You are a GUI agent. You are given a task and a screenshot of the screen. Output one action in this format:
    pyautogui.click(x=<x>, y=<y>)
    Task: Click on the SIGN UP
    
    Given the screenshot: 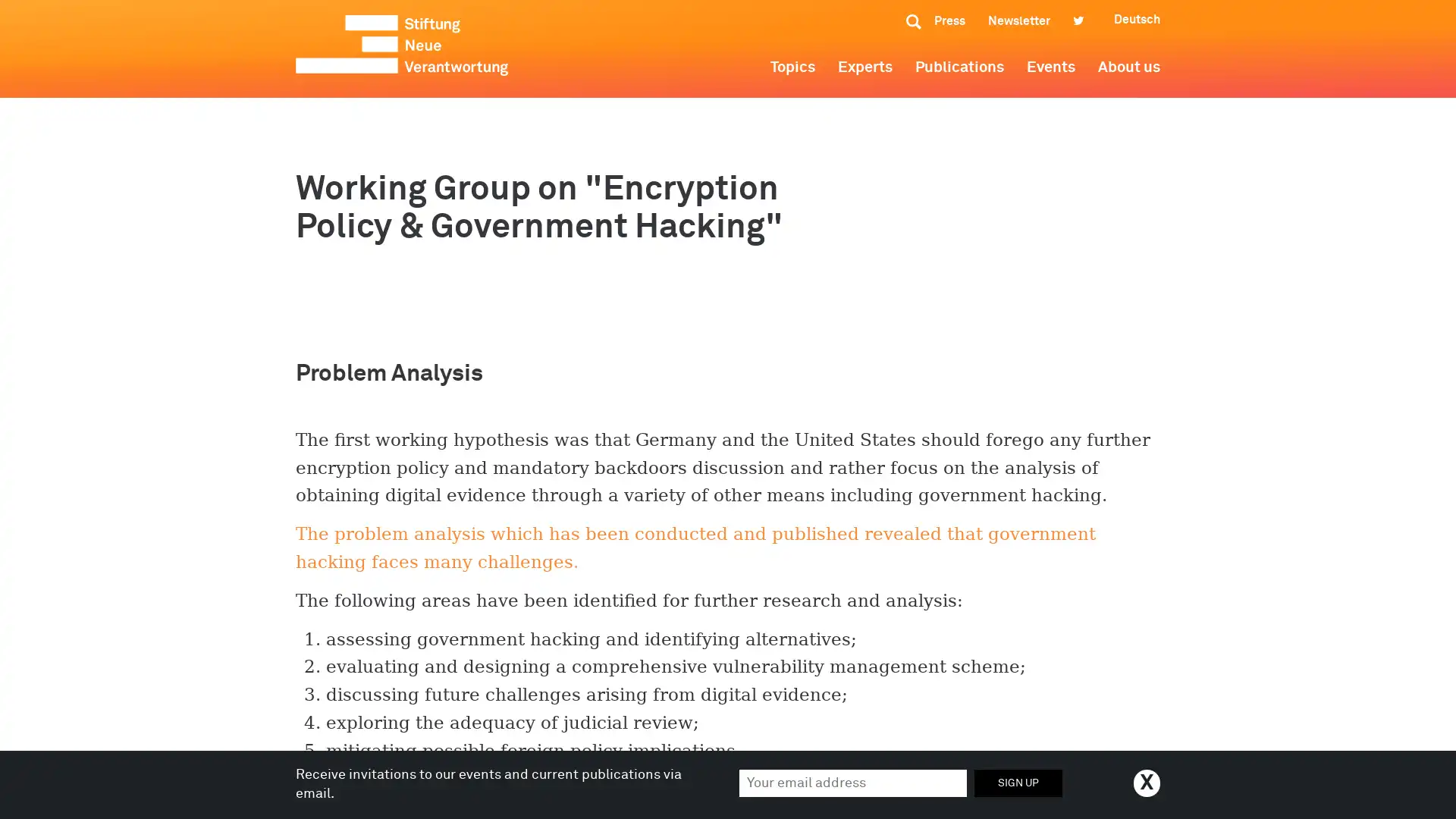 What is the action you would take?
    pyautogui.click(x=1018, y=783)
    